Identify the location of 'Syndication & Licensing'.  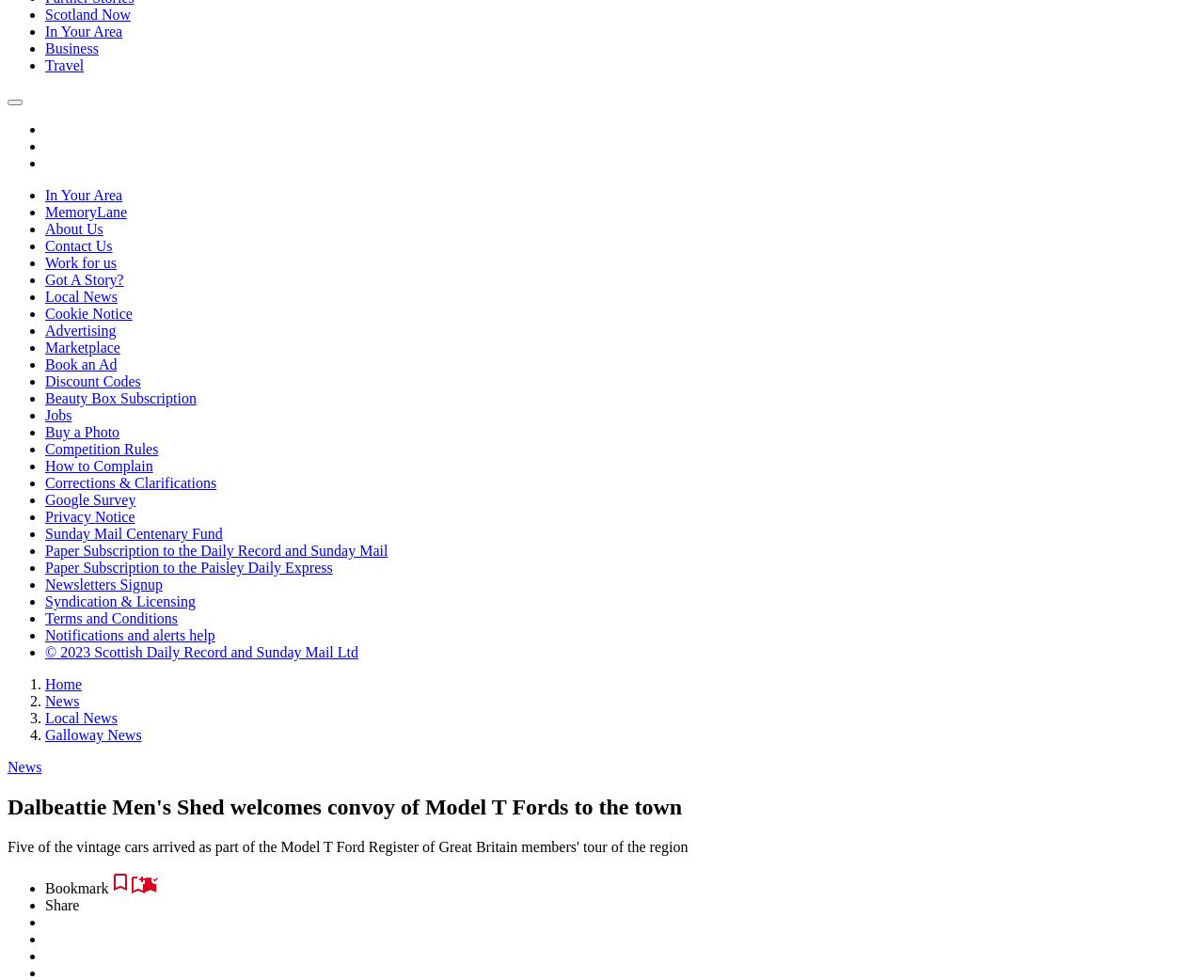
(119, 601).